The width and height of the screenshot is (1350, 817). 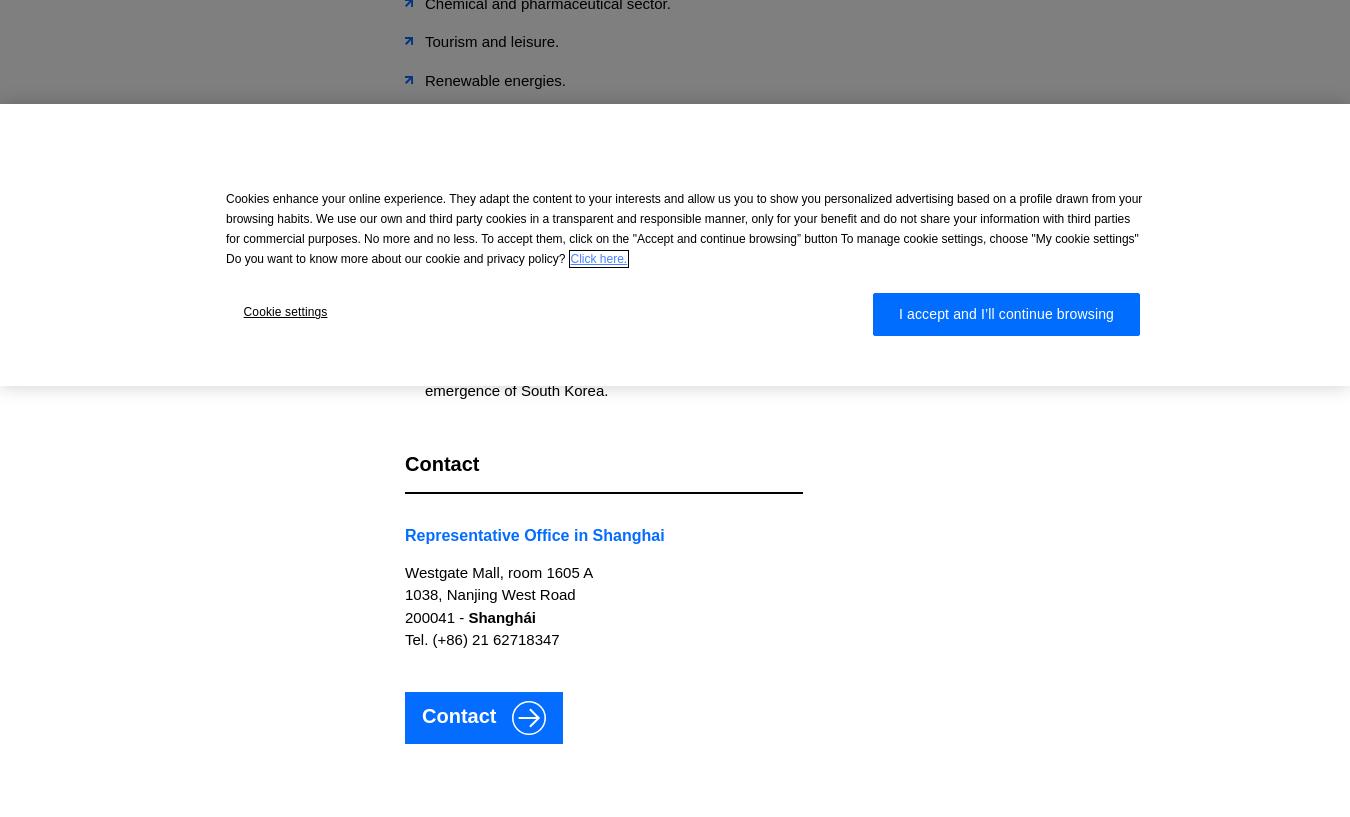 I want to click on '1038, Nanjing West Road', so click(x=489, y=594).